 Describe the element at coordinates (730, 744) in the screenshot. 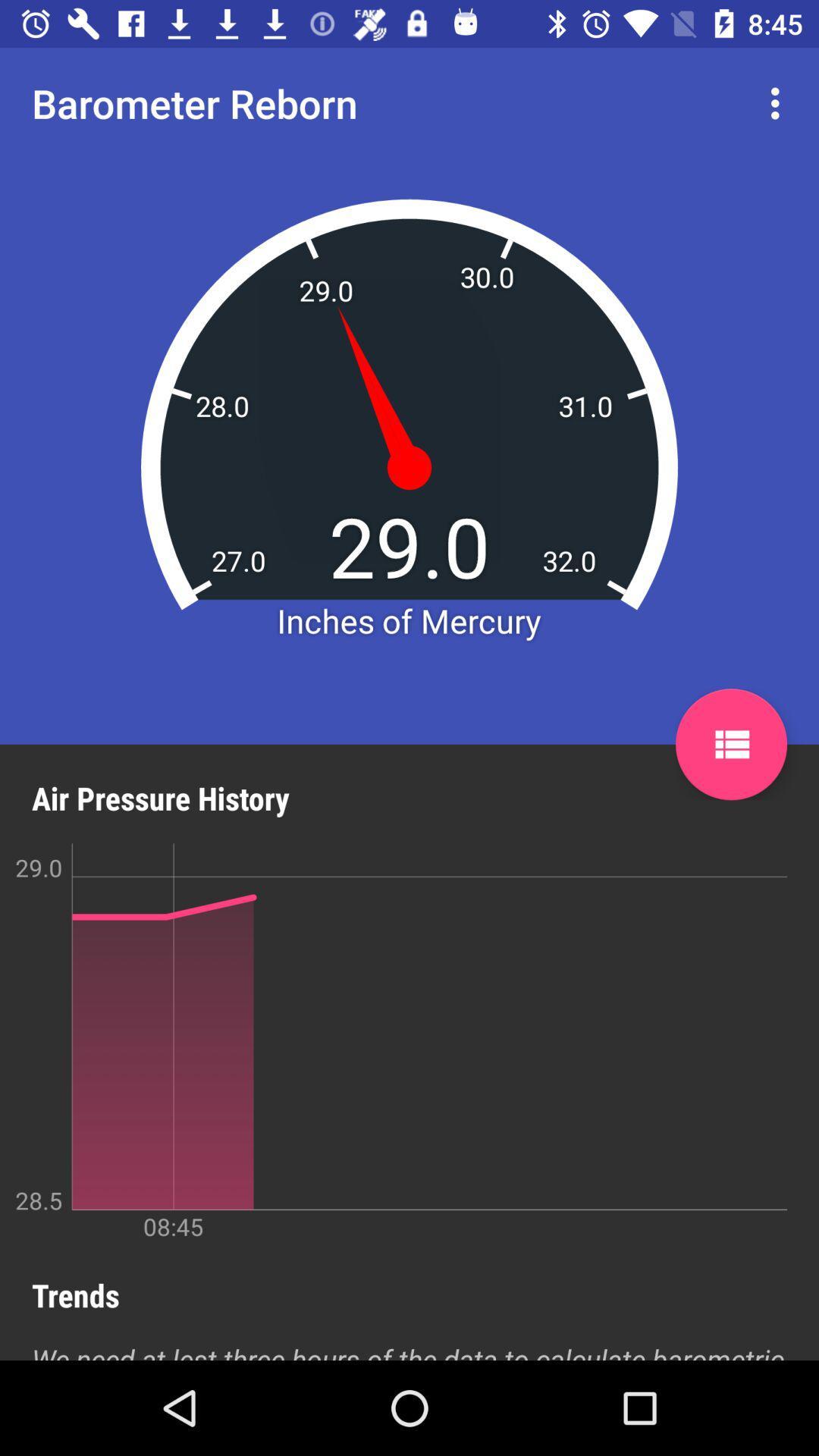

I see `icon on the right` at that location.